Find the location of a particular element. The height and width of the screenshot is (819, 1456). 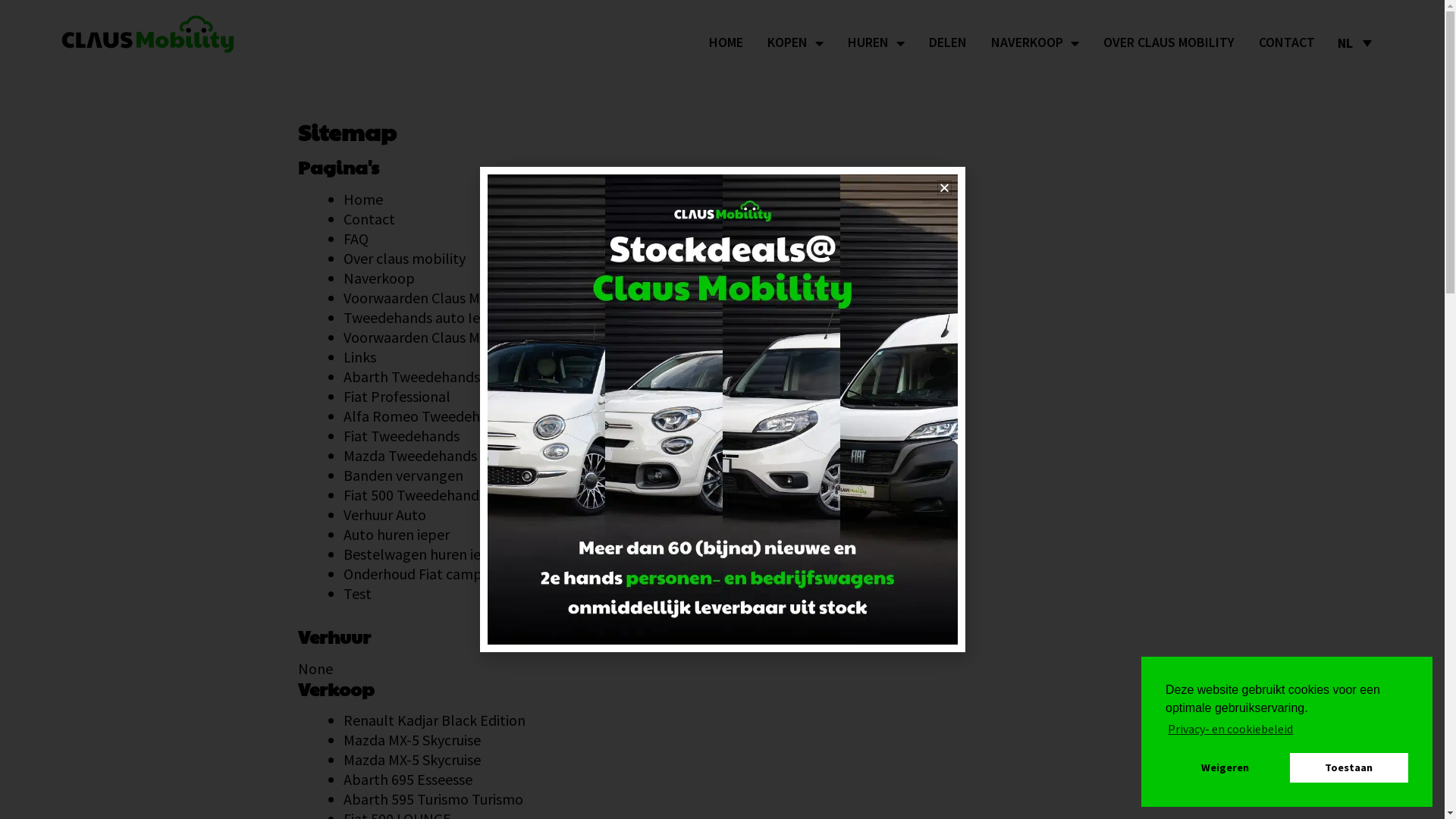

'Auto huren ieper' is located at coordinates (396, 533).